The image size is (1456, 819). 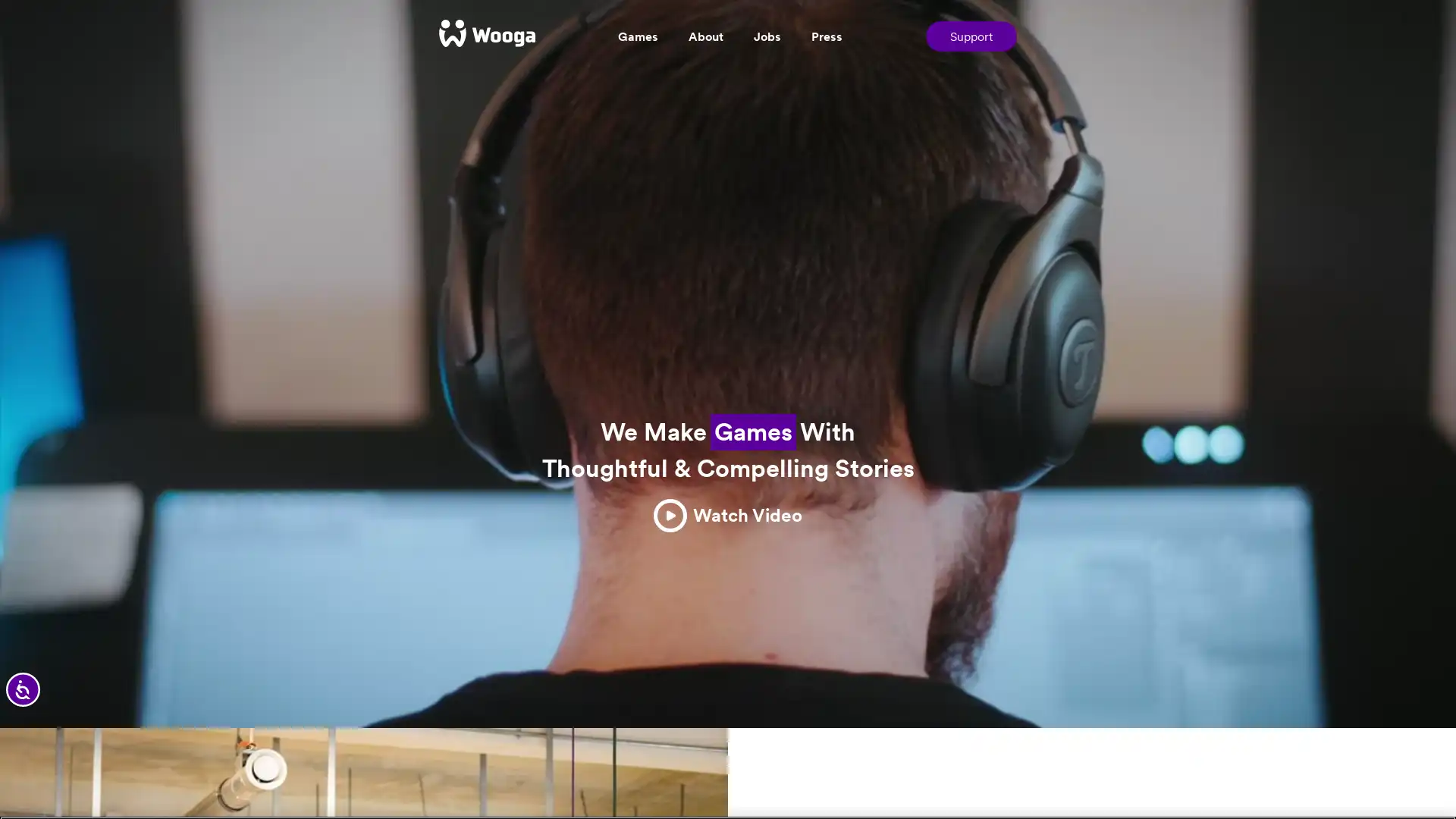 I want to click on Cookie Settings, so click(x=998, y=778).